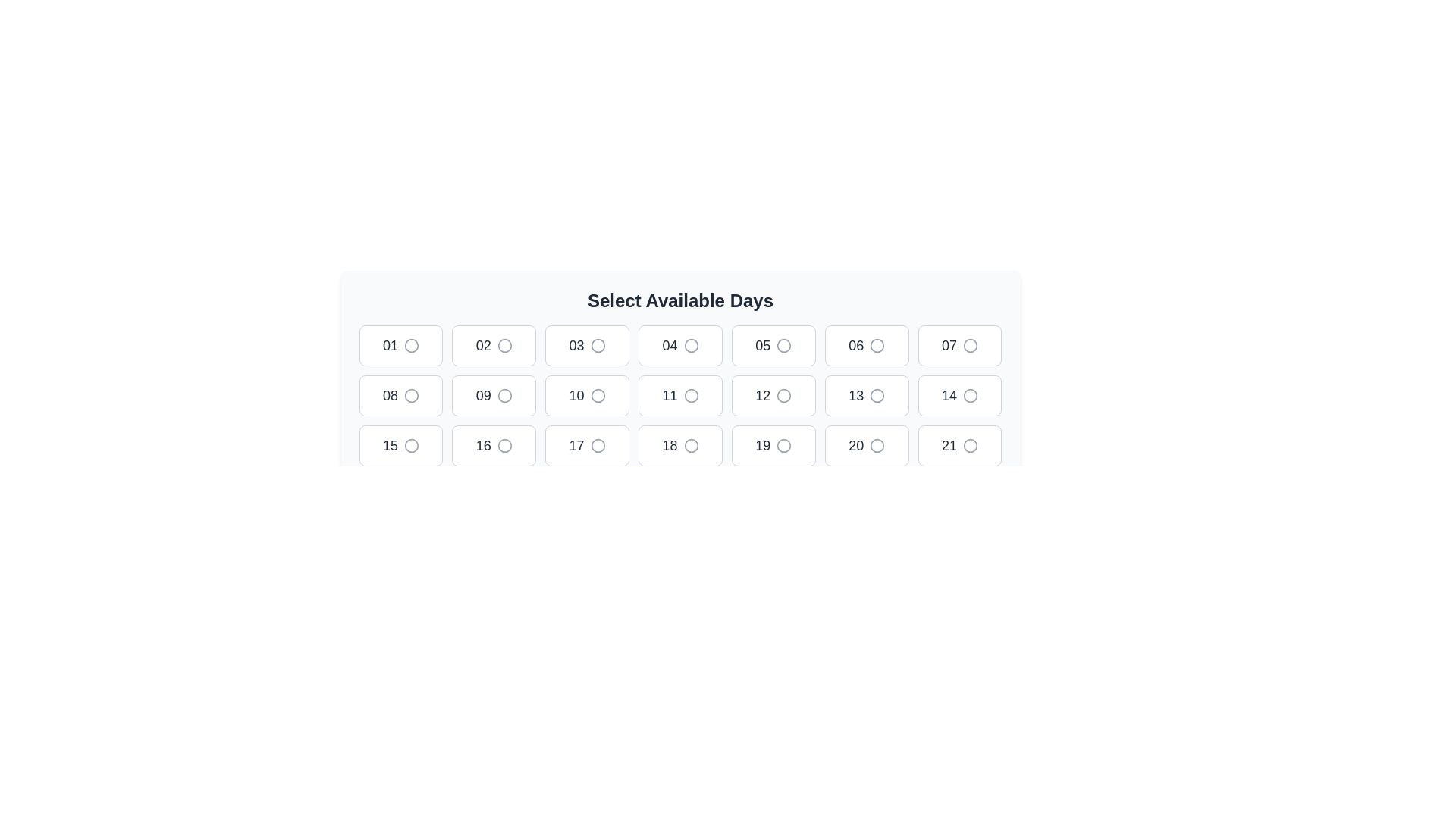 This screenshot has width=1456, height=819. What do you see at coordinates (482, 444) in the screenshot?
I see `the text displaying the number '16' in bold, located in the center of the button within the grid beneath the heading 'Select Available Days'` at bounding box center [482, 444].